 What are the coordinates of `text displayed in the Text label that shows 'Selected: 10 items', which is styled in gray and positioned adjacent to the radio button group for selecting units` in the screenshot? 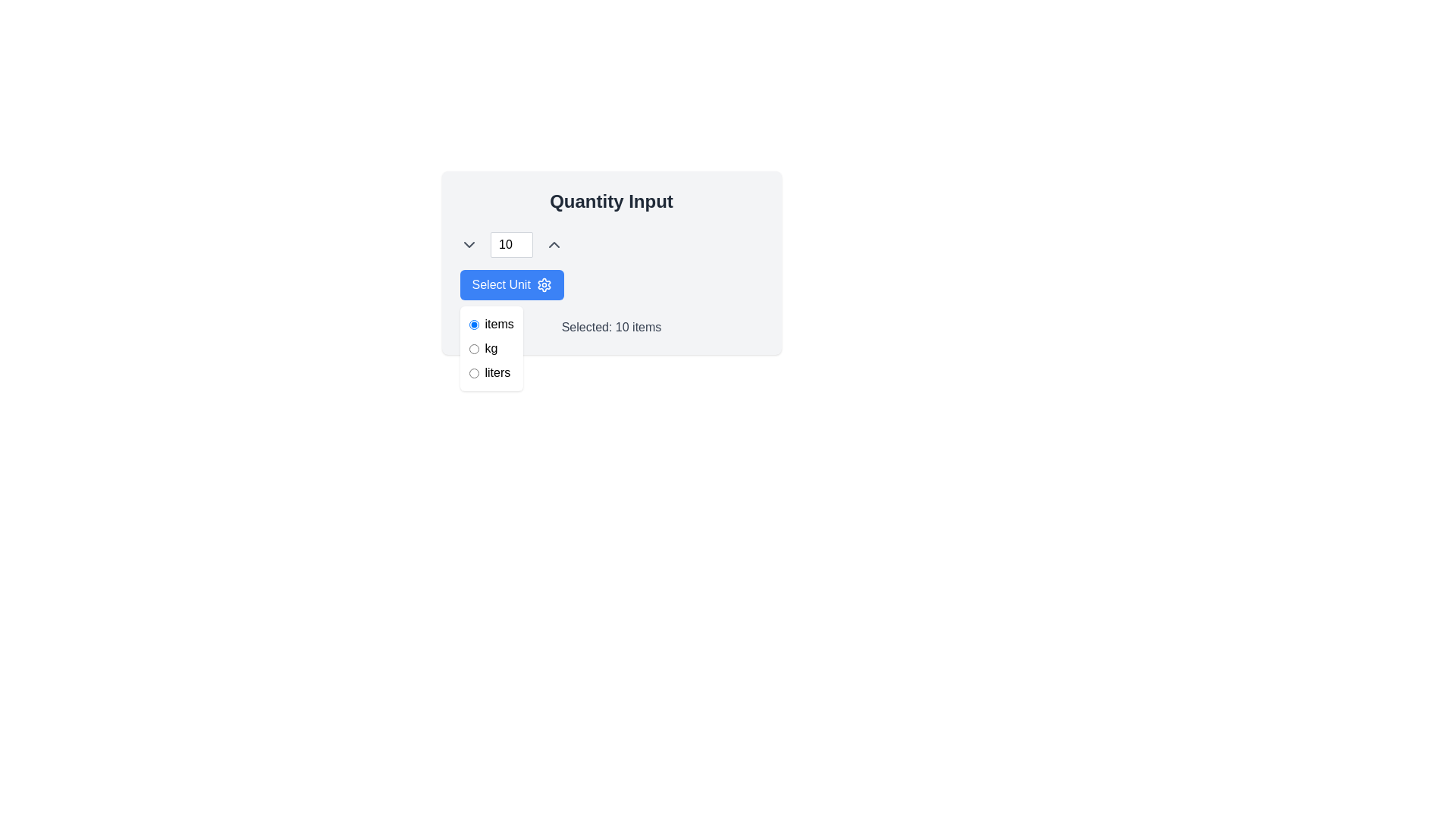 It's located at (611, 327).